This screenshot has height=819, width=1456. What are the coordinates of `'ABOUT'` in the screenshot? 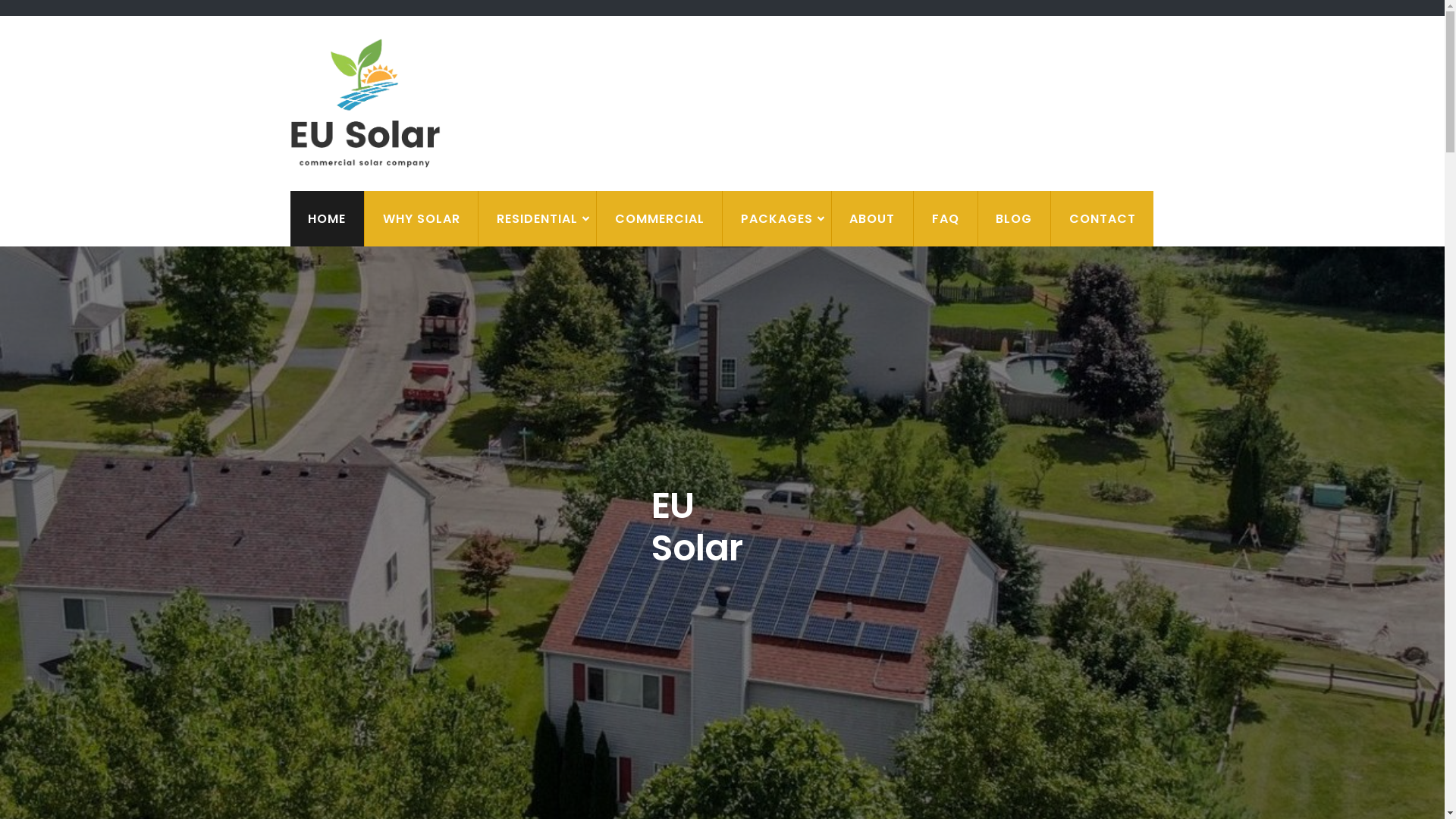 It's located at (872, 218).